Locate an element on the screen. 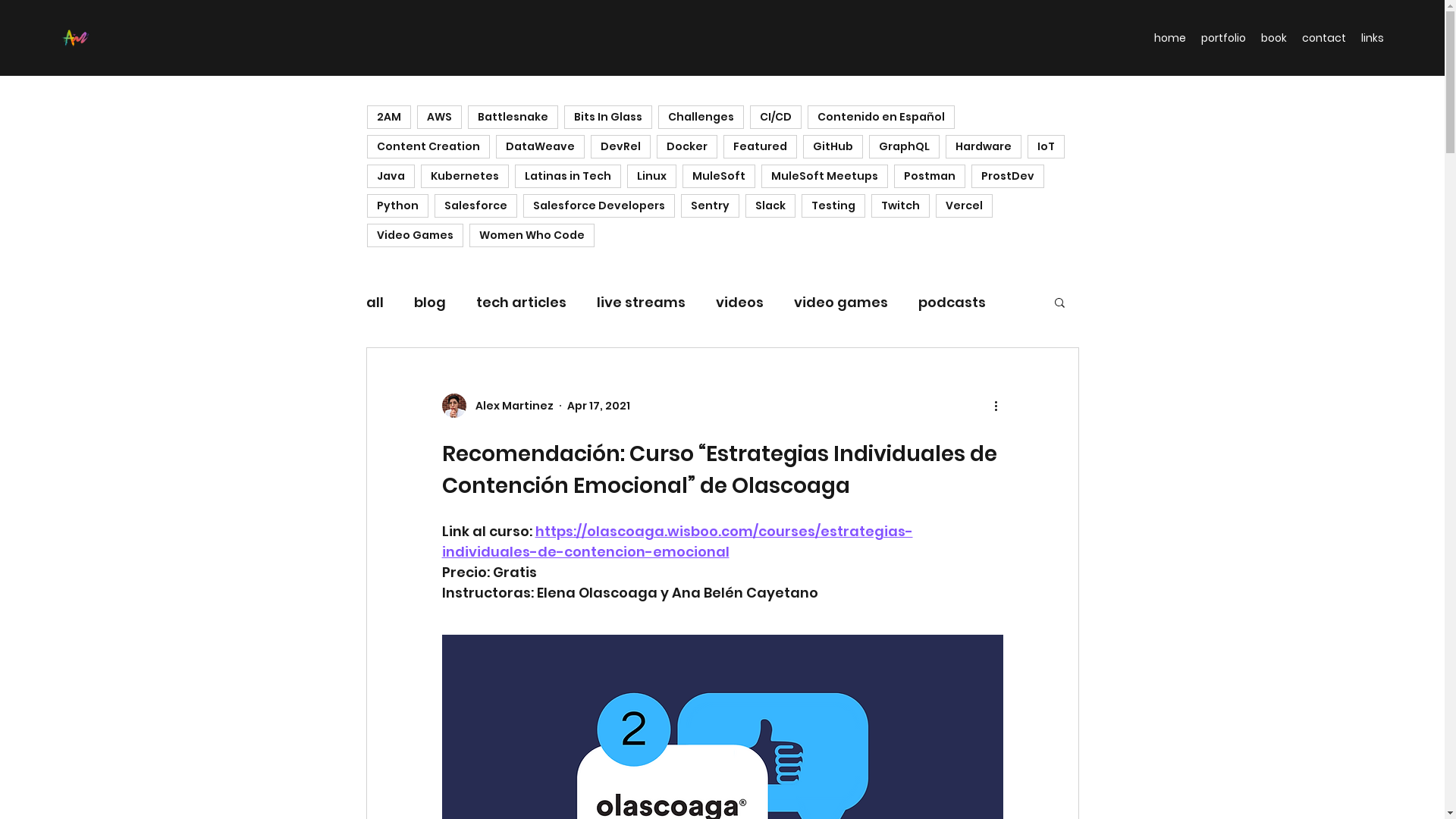 The height and width of the screenshot is (819, 1456). 'portfolio' is located at coordinates (1223, 37).